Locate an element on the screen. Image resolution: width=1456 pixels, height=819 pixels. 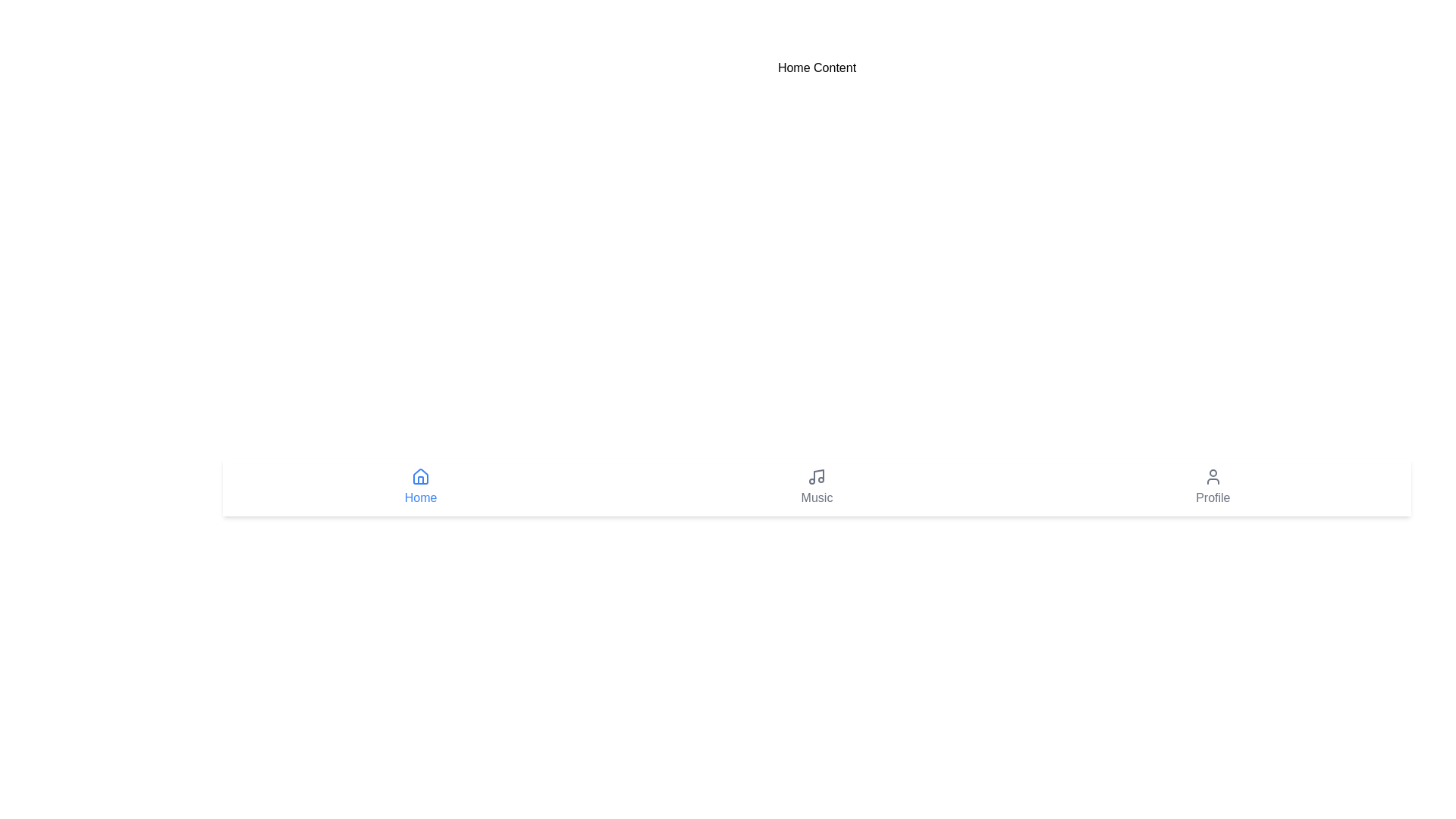
the Navigation button element, which features a blue house icon and the label 'Home' is located at coordinates (421, 488).